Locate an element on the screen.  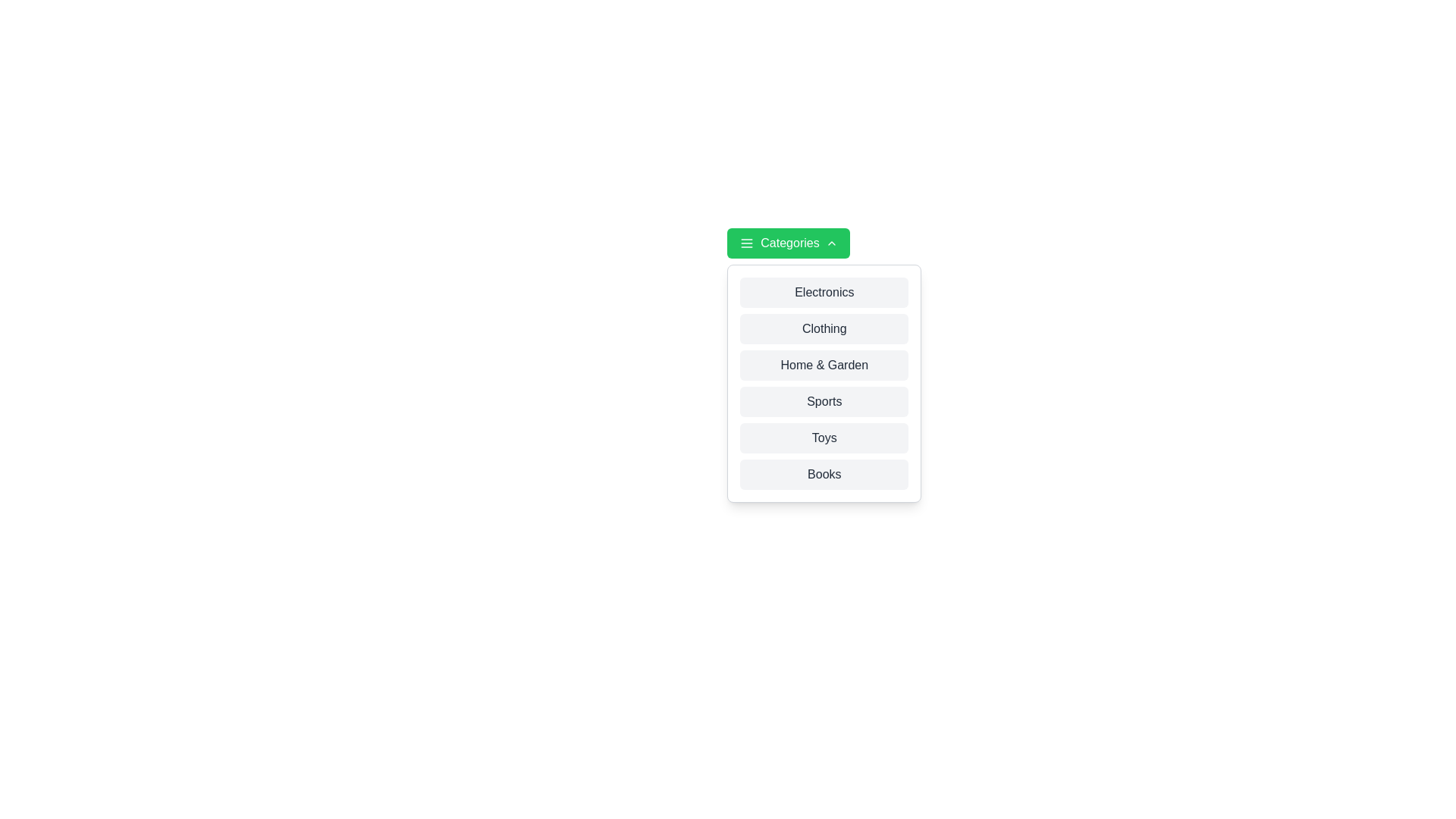
the 'Books' category selection button located at the bottom of the dropdown menu is located at coordinates (824, 473).